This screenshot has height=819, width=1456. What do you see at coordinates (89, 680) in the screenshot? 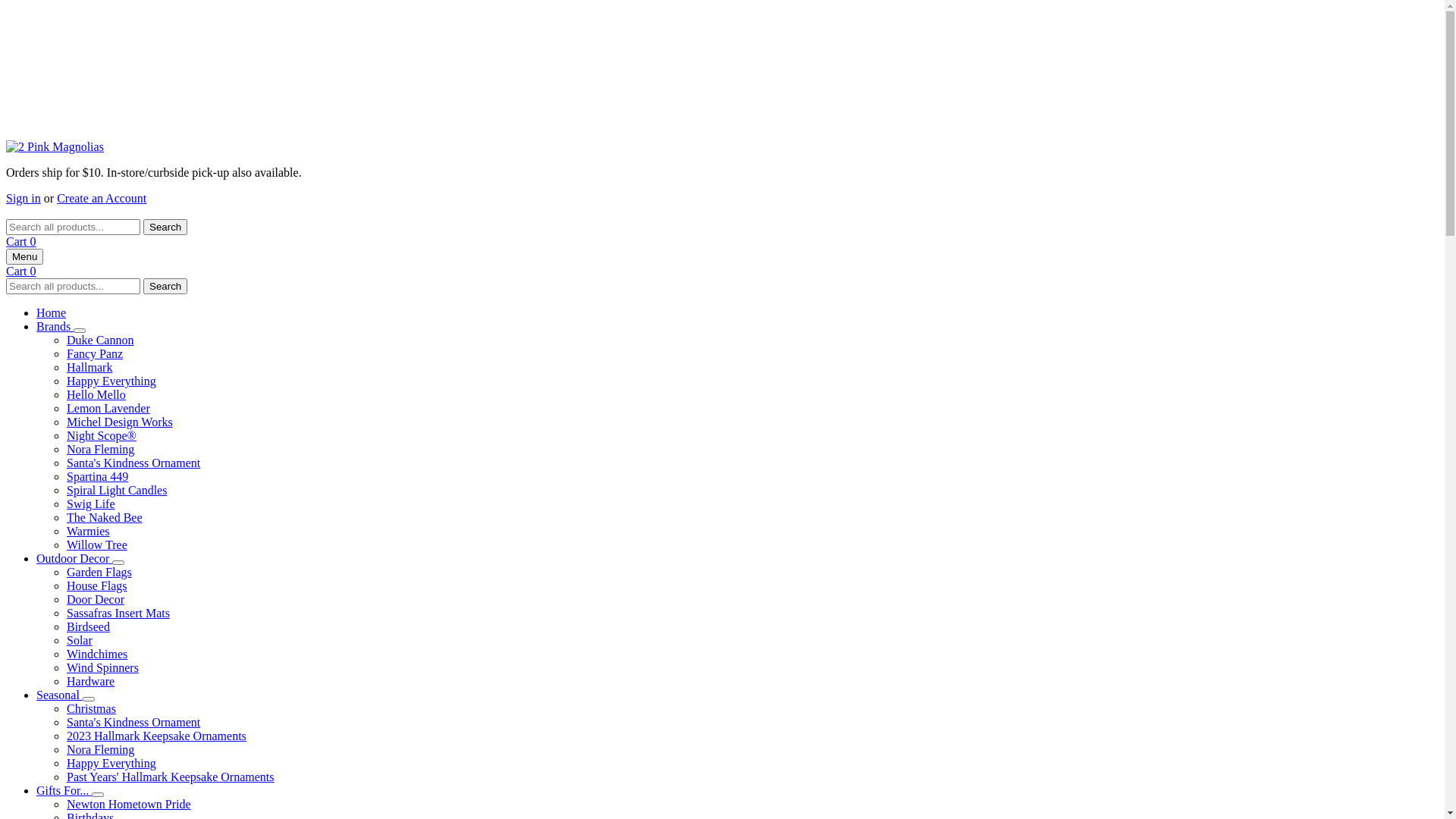
I see `'Hardware'` at bounding box center [89, 680].